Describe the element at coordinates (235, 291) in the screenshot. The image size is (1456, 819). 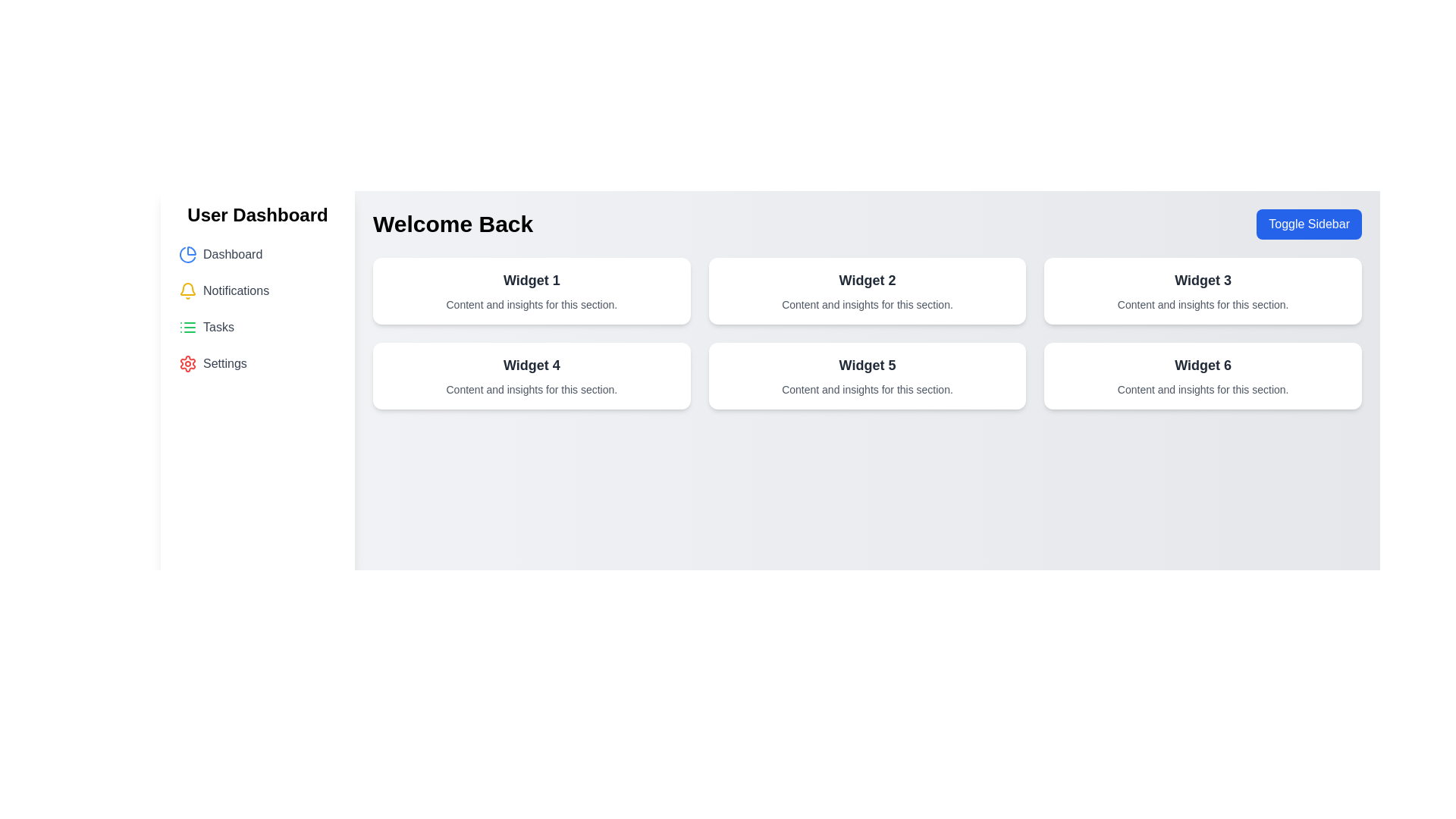
I see `the 'Notifications' text label located in the left sidebar navigation, positioned below 'Dashboard' and above 'Tasks'` at that location.